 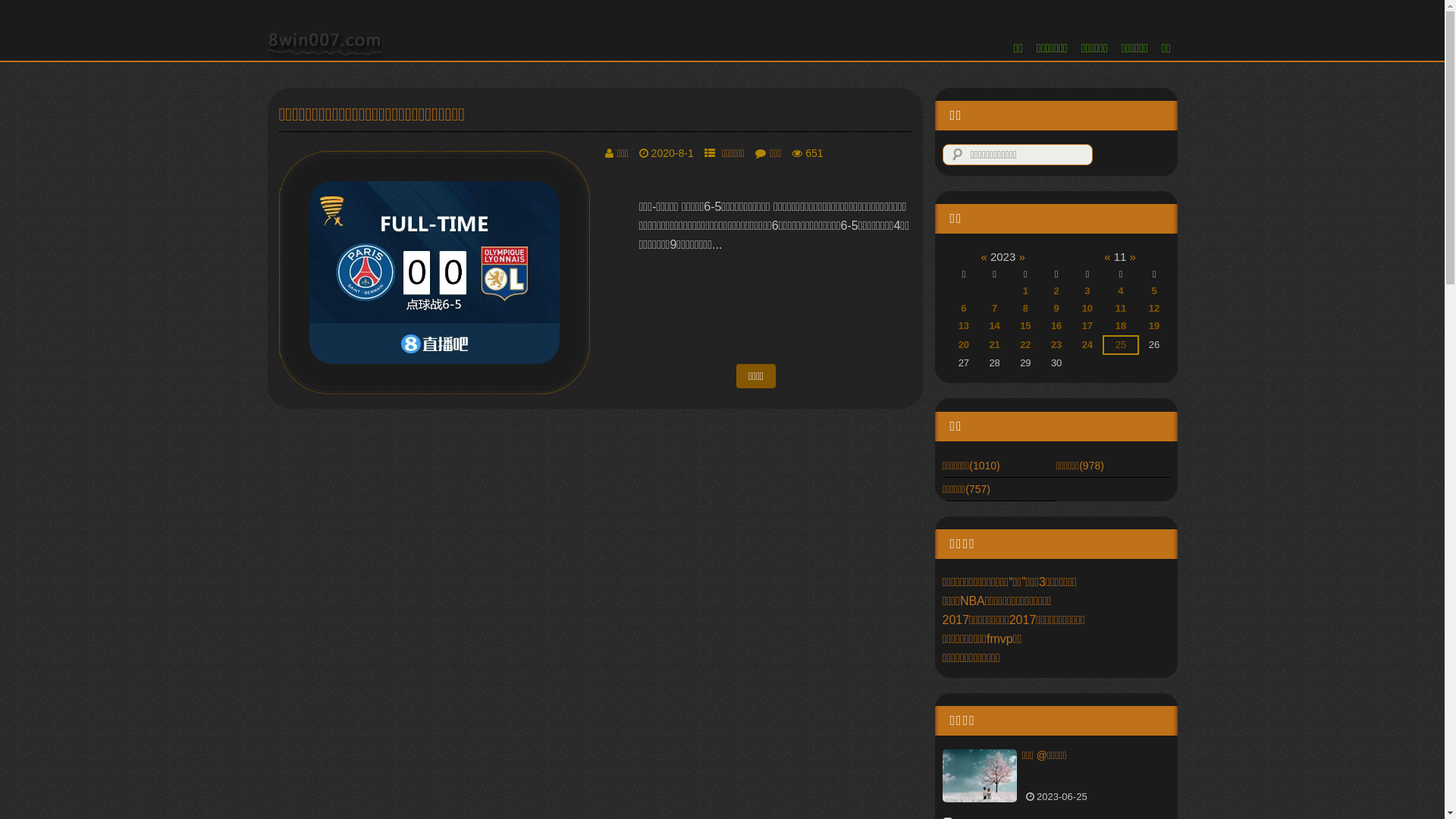 What do you see at coordinates (1121, 344) in the screenshot?
I see `'25'` at bounding box center [1121, 344].